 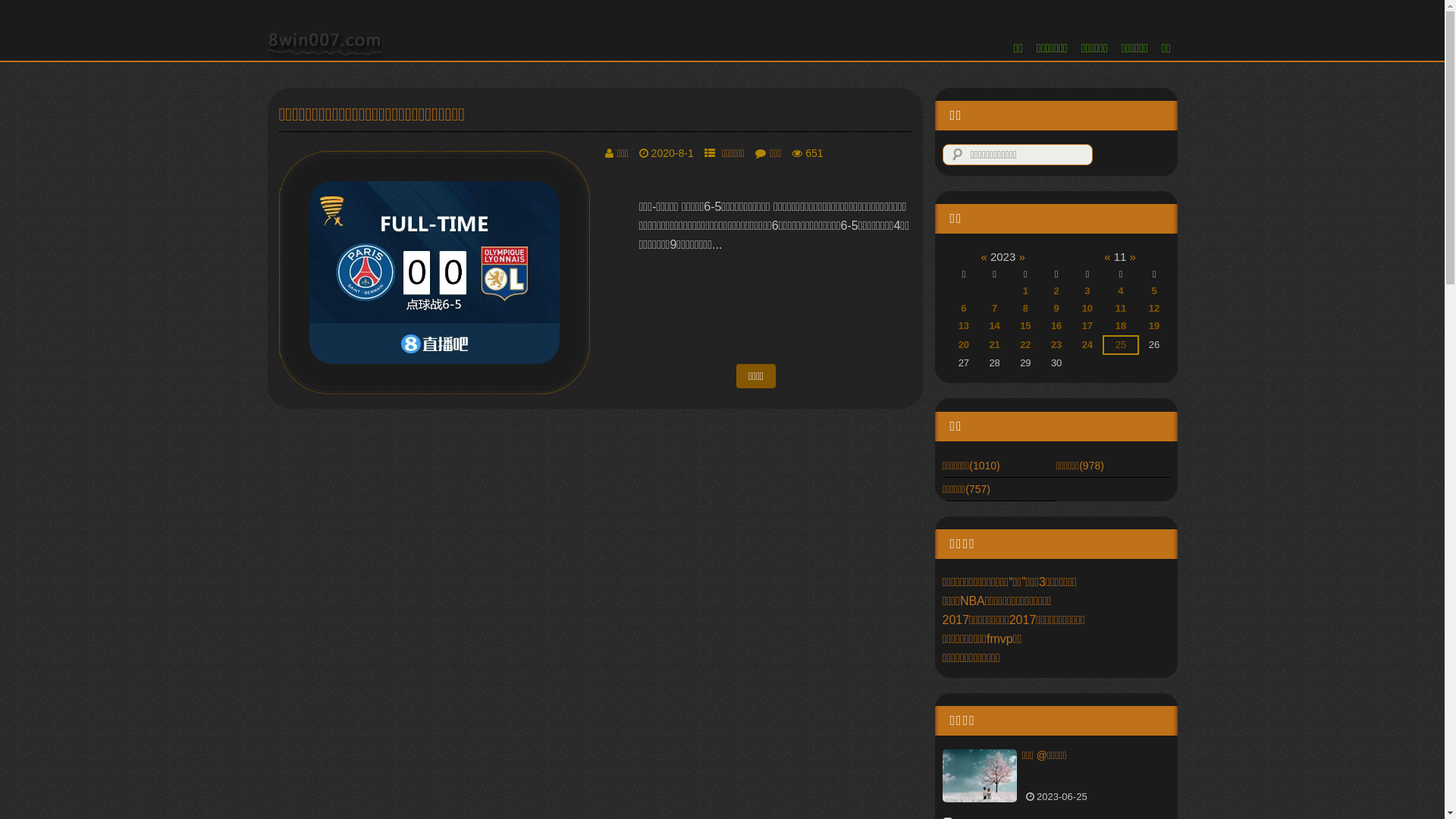 What do you see at coordinates (1121, 344) in the screenshot?
I see `'25'` at bounding box center [1121, 344].